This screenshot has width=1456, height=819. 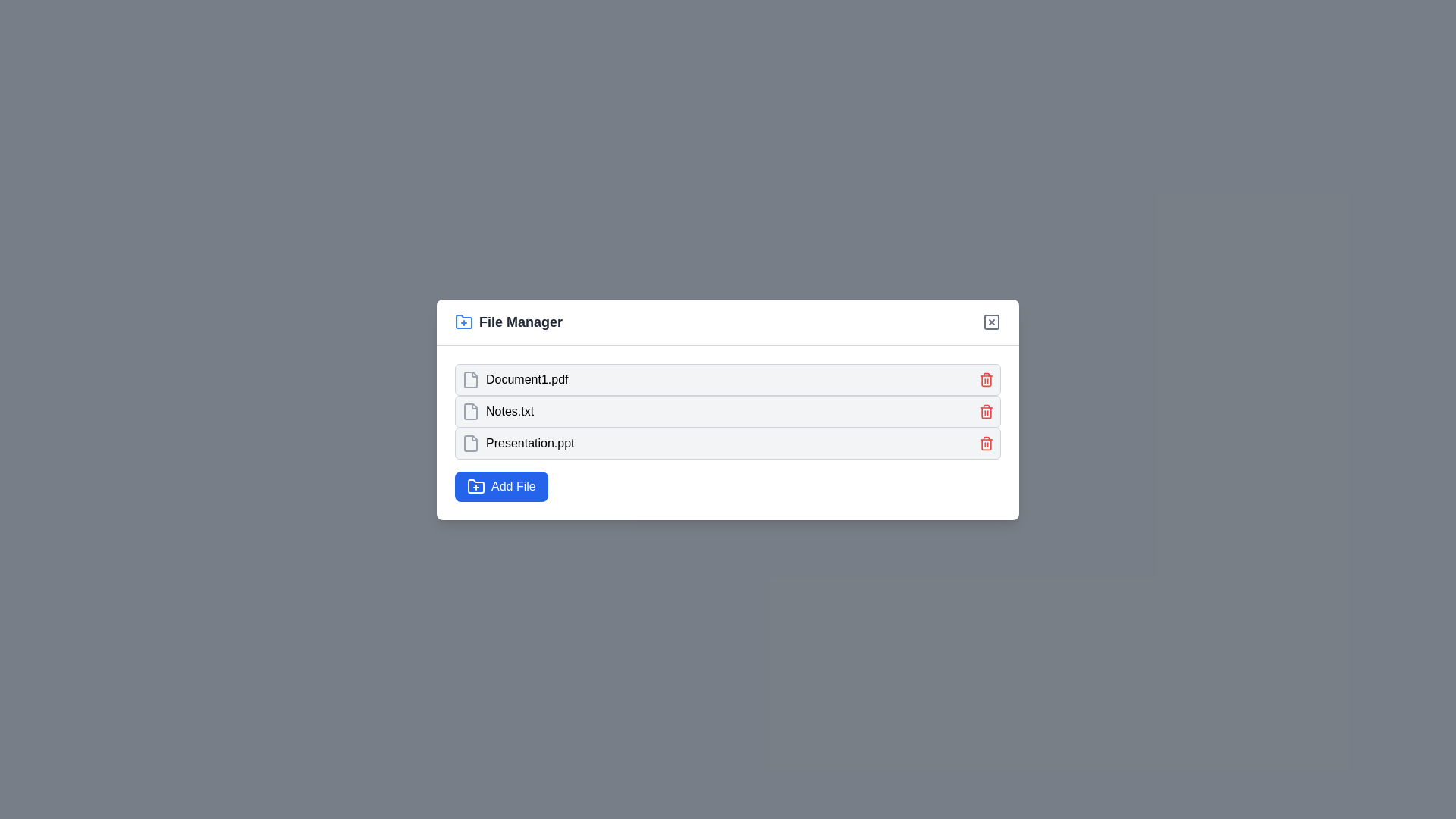 What do you see at coordinates (518, 443) in the screenshot?
I see `the text label displaying the file name 'Presentation.ppt' in the file manager interface, which is located in the third row of the file list, to the right of the document icon` at bounding box center [518, 443].